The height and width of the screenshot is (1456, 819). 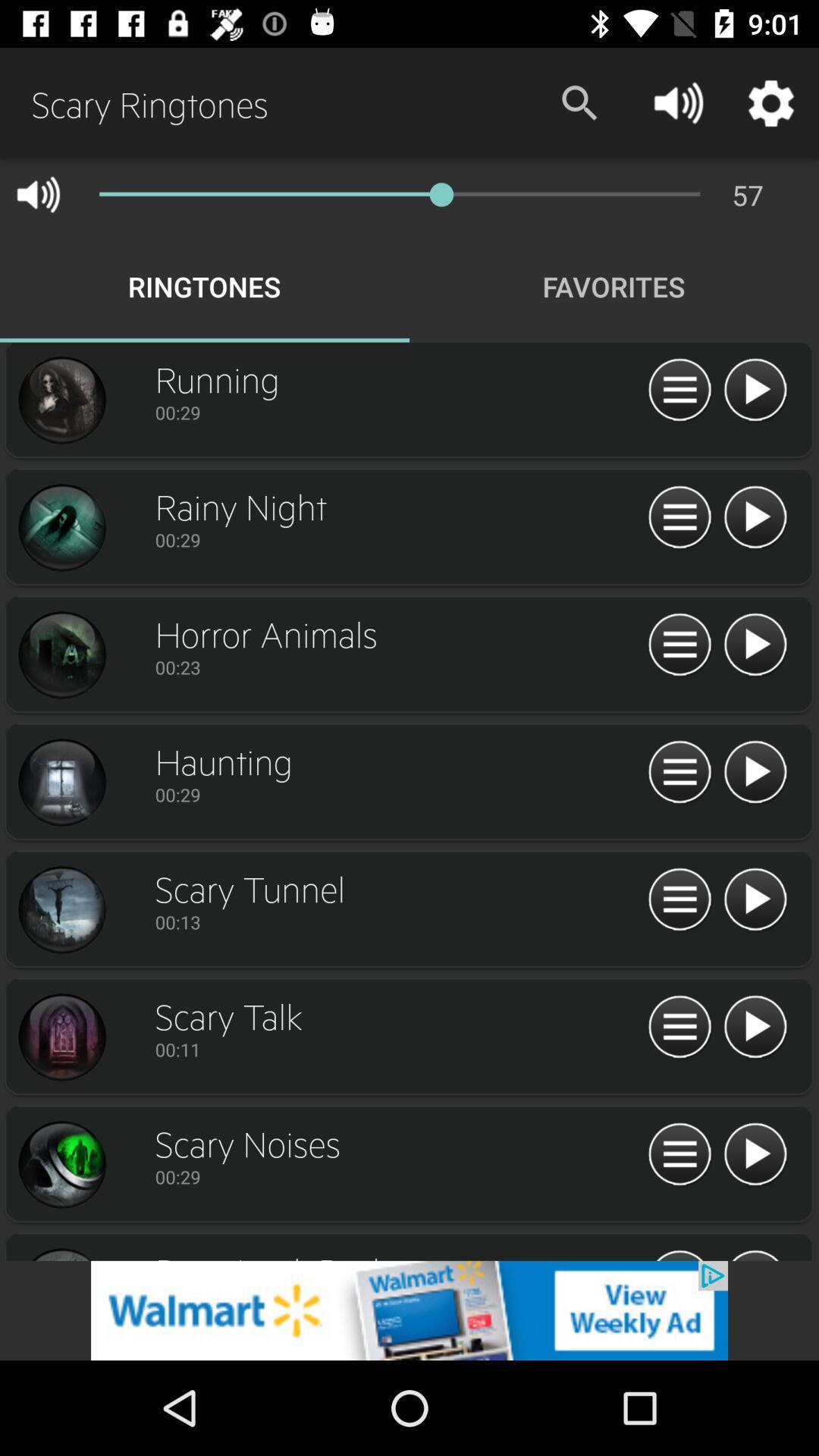 I want to click on play, so click(x=755, y=1028).